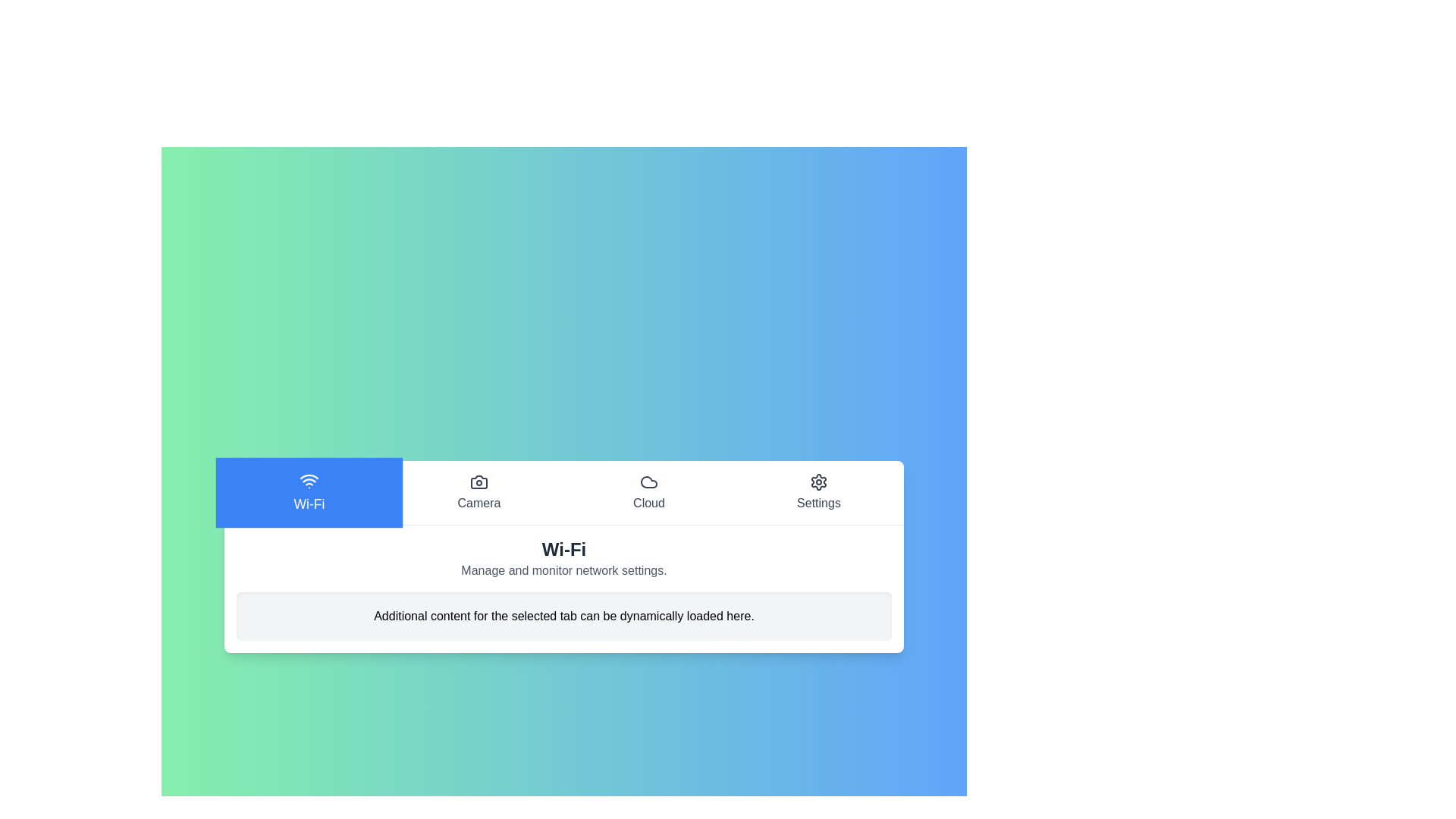 This screenshot has height=819, width=1456. What do you see at coordinates (818, 492) in the screenshot?
I see `the tab labeled 'Settings' to view its description` at bounding box center [818, 492].